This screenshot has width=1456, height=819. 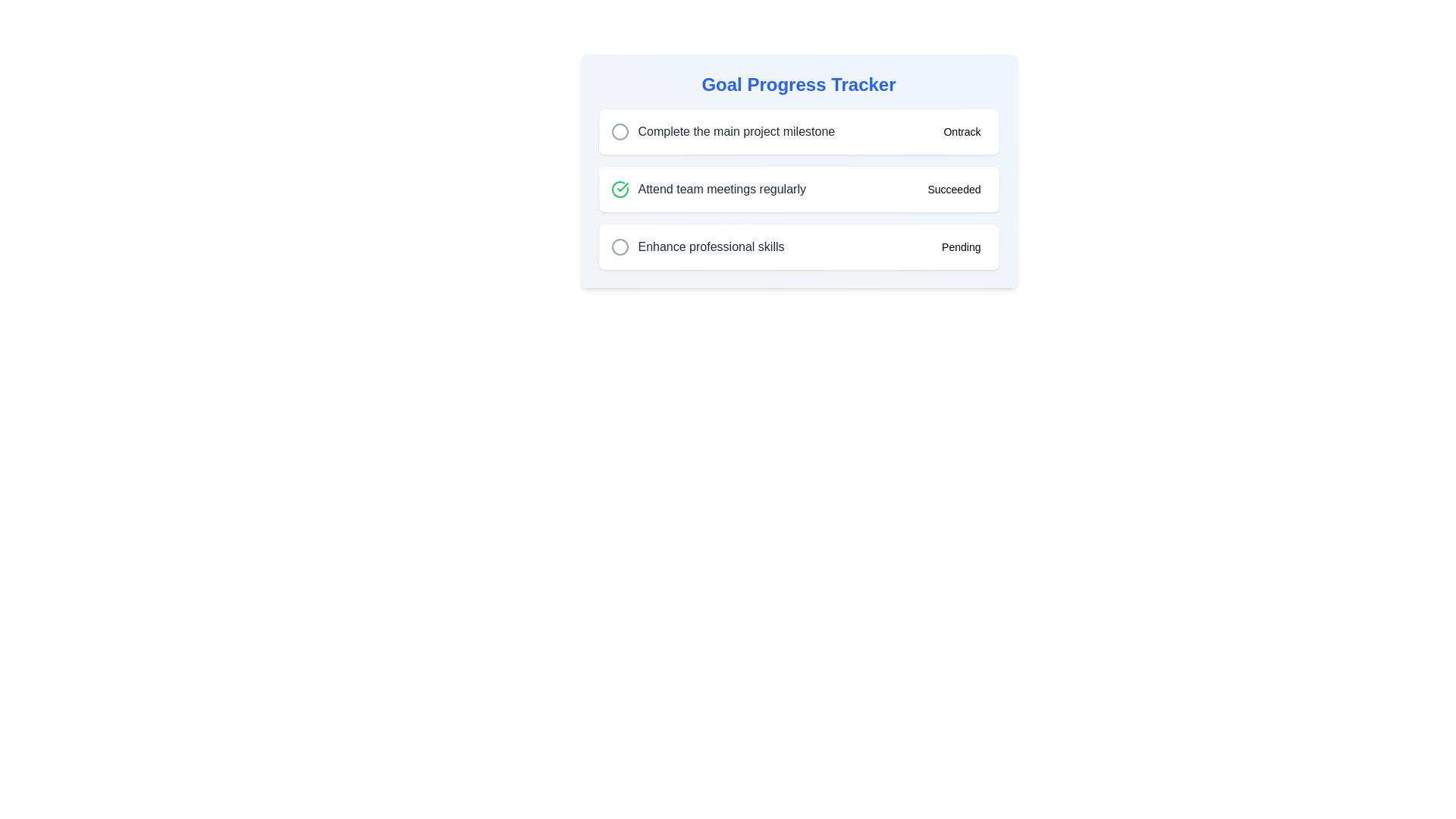 What do you see at coordinates (722, 130) in the screenshot?
I see `the task description element for 'Complete the main project milestone' in the Goal Progress Tracker to associate it with its related status` at bounding box center [722, 130].